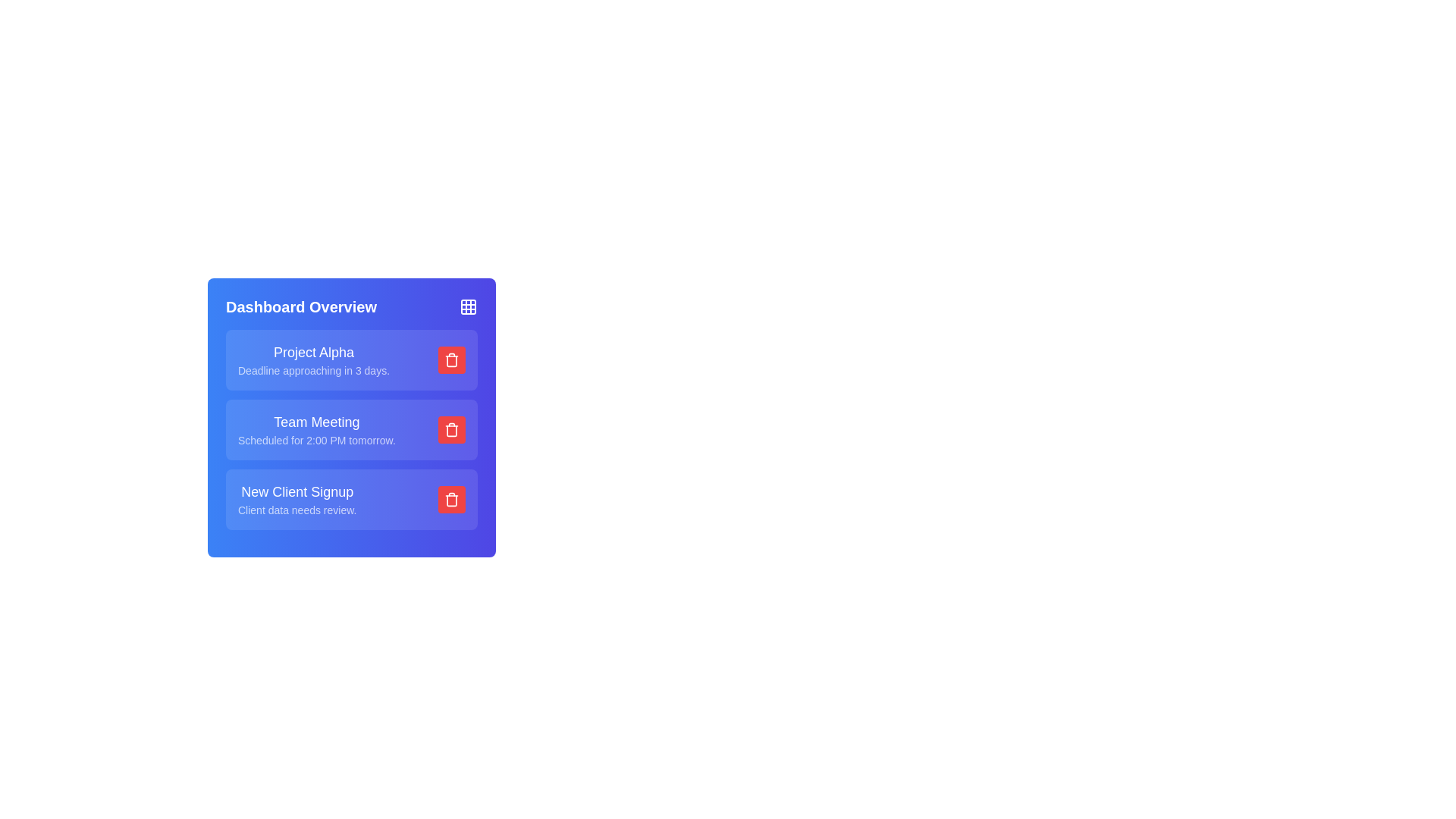  What do you see at coordinates (450, 500) in the screenshot?
I see `the delete button located in the bottom-right corner of the 'New Client Signup' card to observe a color change` at bounding box center [450, 500].